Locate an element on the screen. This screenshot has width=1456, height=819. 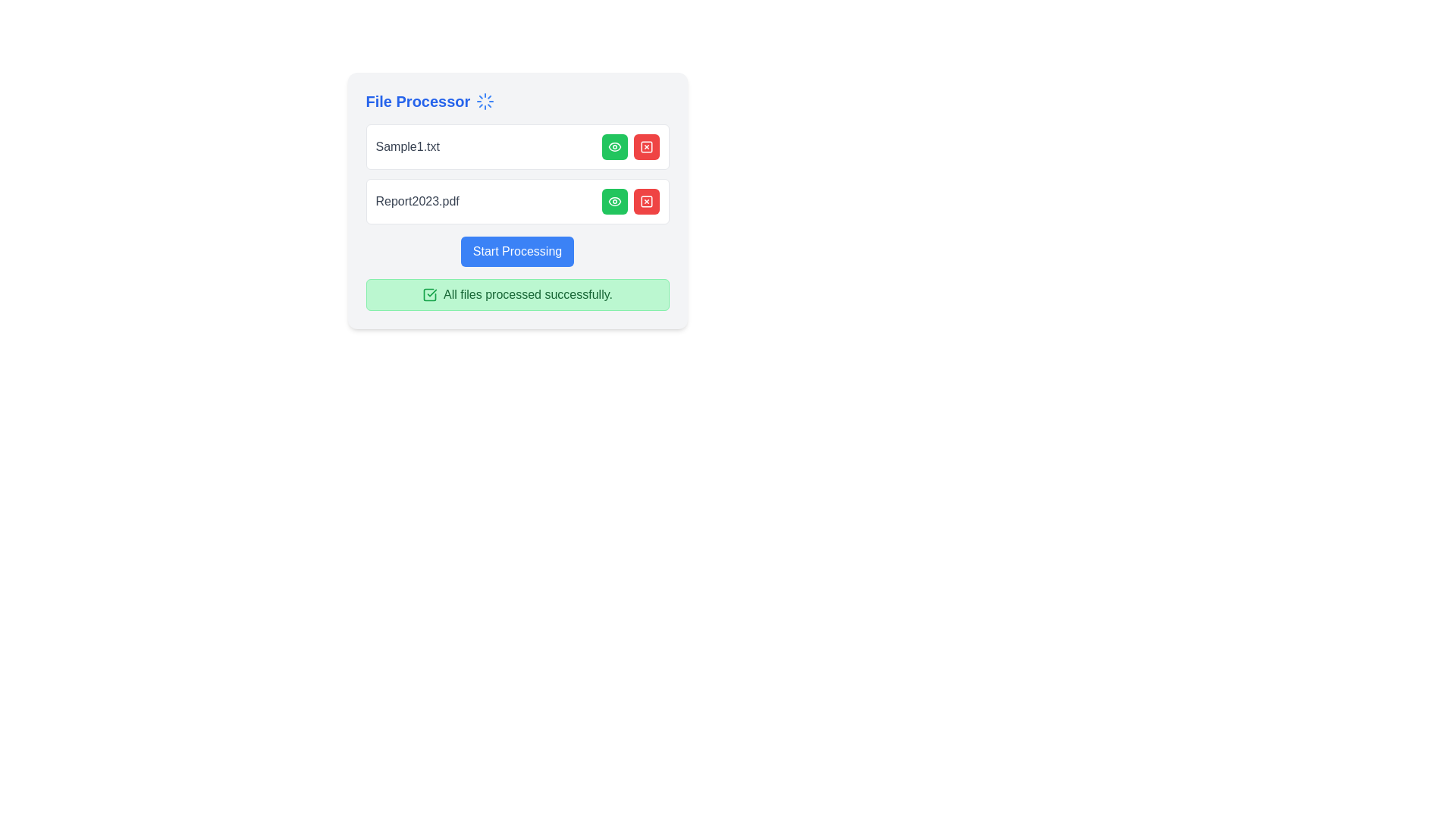
the rectangular icon button located at the far right of a file entry line is located at coordinates (646, 201).